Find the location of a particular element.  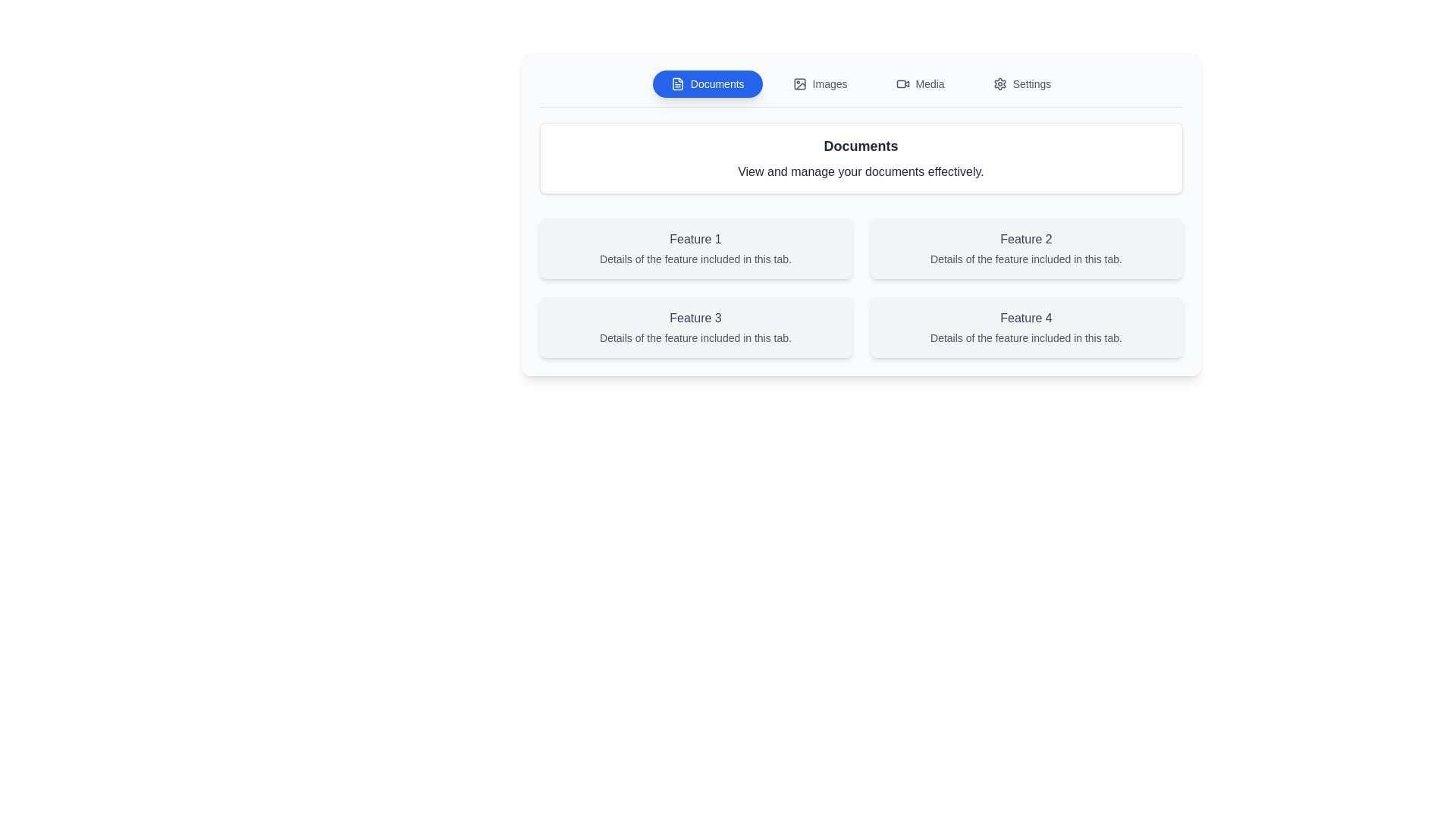

the document icon located within the 'Documents' button, which is styled as a small SVG icon with a rounded outline and text lines on the right side is located at coordinates (676, 84).